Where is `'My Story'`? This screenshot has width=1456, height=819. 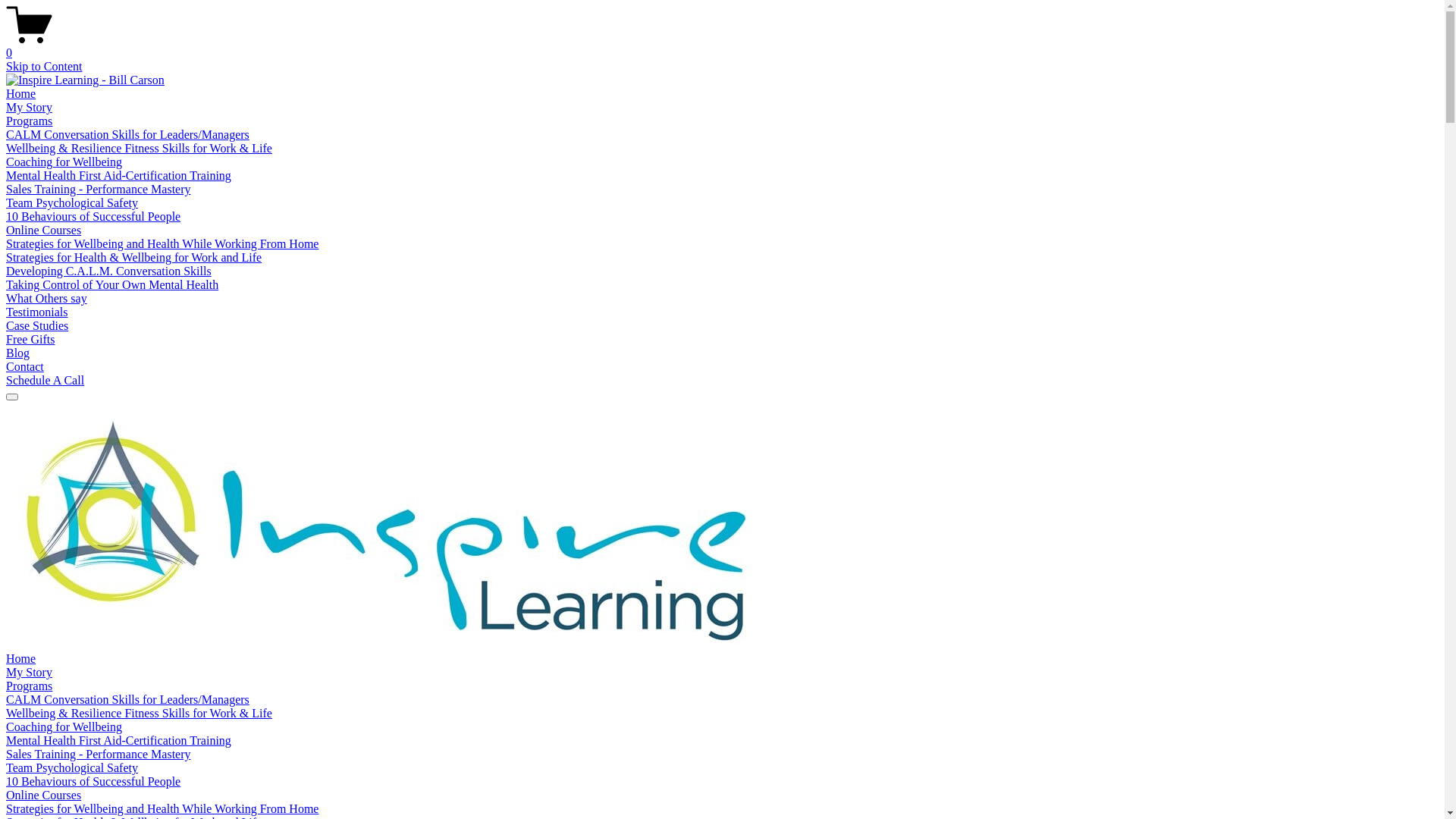
'My Story' is located at coordinates (29, 671).